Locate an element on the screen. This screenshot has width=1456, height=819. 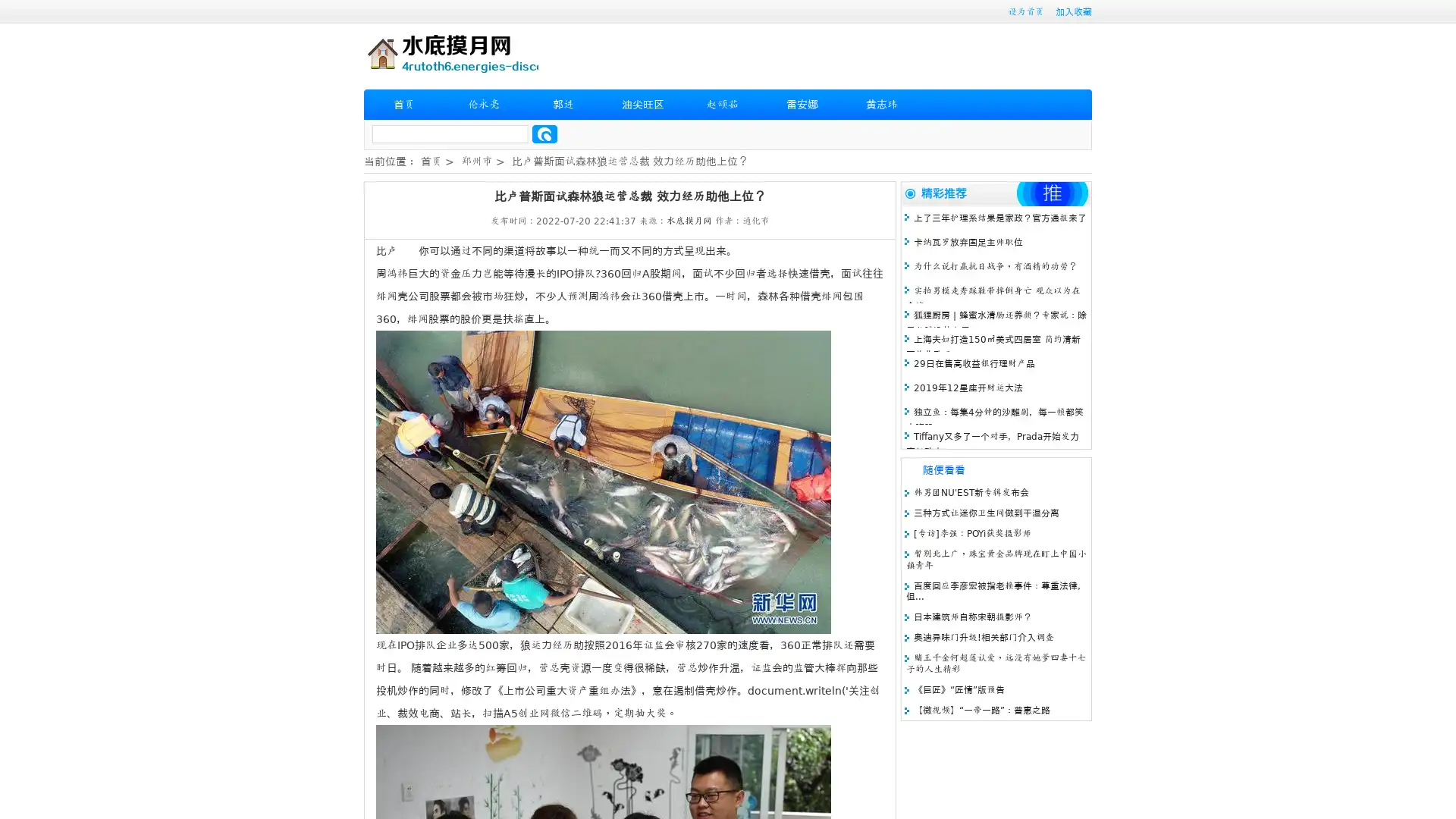
Search is located at coordinates (544, 133).